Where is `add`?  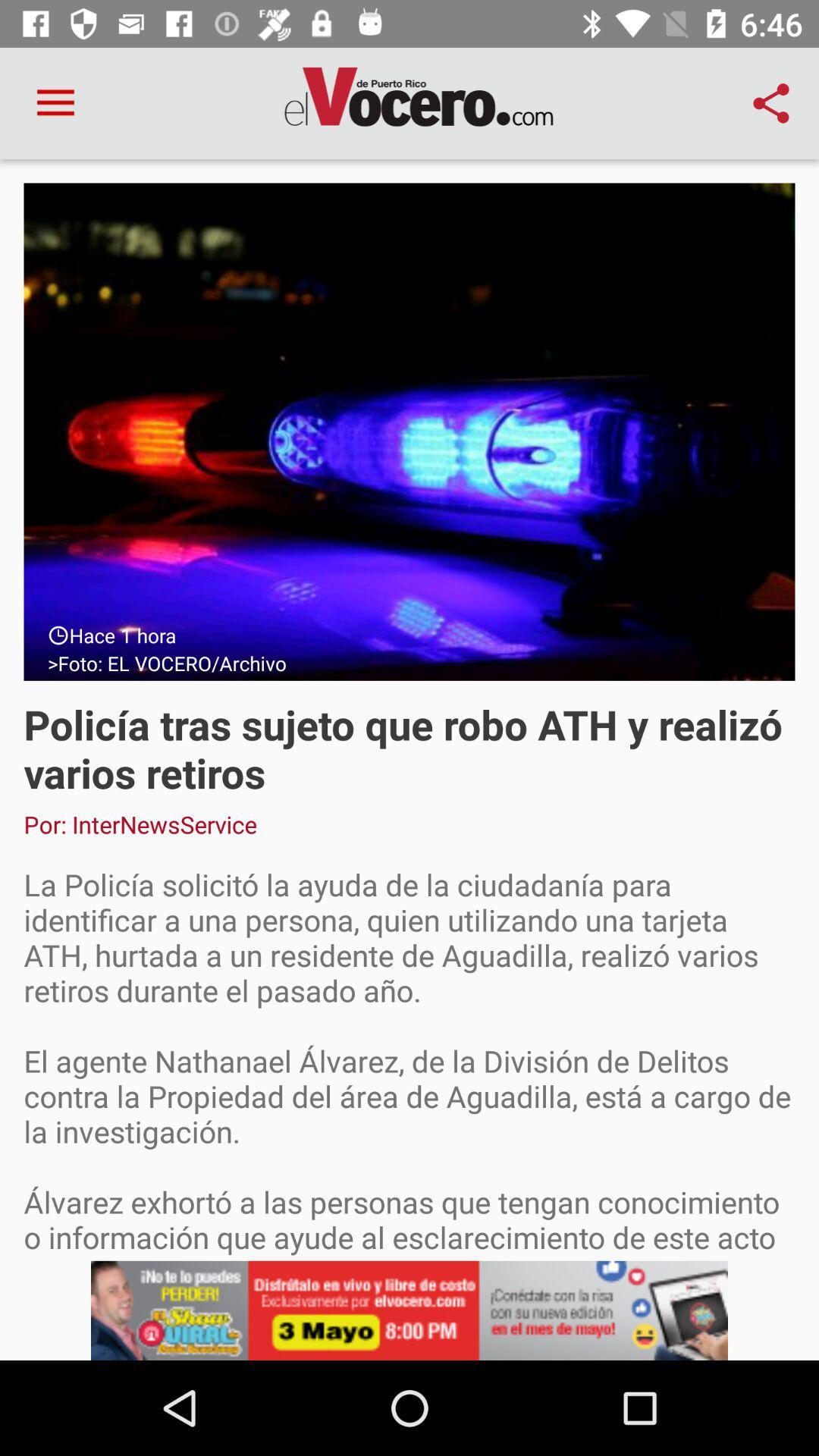 add is located at coordinates (409, 1310).